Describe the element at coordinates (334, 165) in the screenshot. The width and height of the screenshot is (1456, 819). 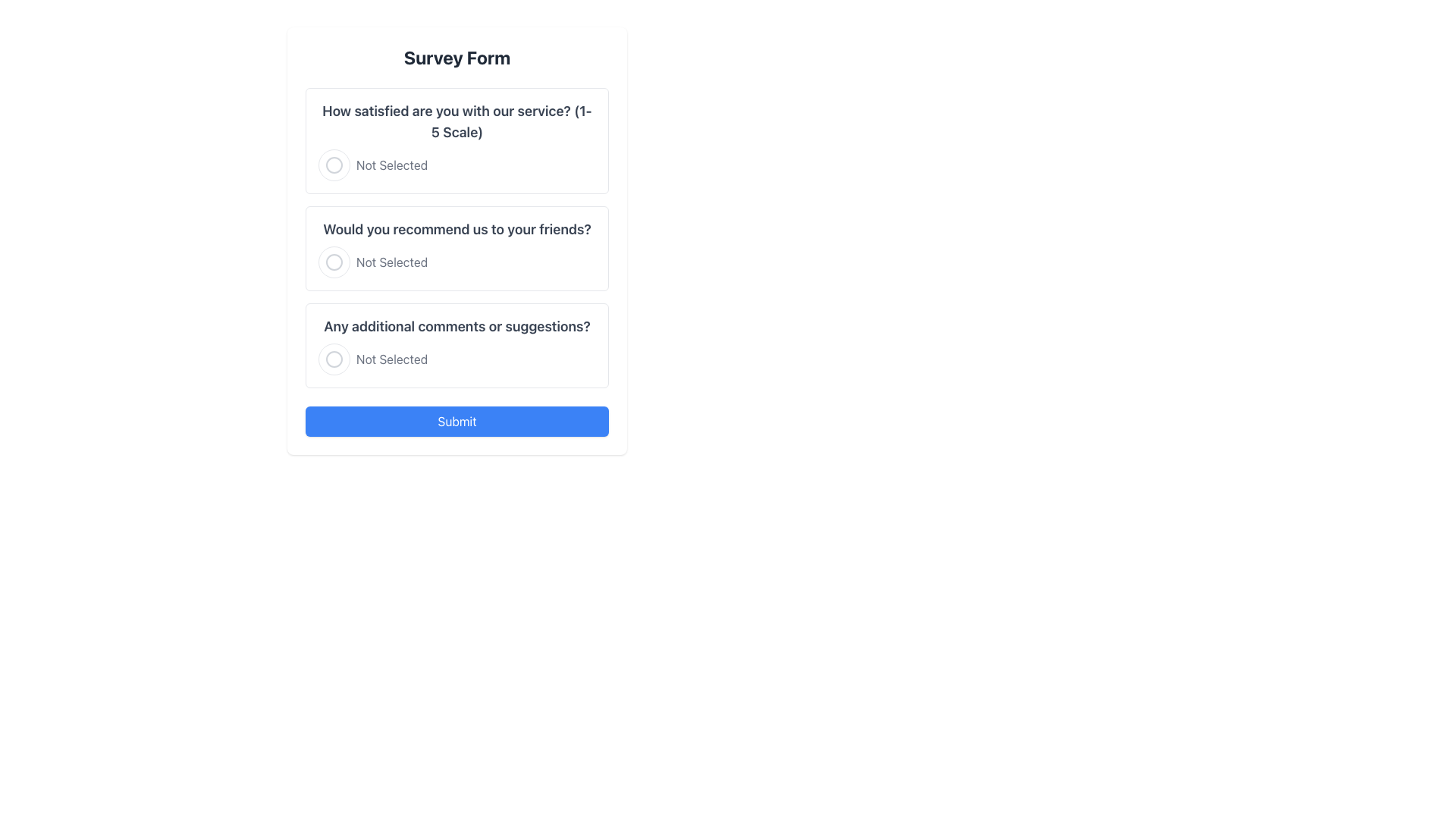
I see `the circular decorative graphic icon with a gray stroke located at the center of the clickable area in the first question of the survey form titled 'How satisfied are you with our service? (1-5 Scale)'` at that location.